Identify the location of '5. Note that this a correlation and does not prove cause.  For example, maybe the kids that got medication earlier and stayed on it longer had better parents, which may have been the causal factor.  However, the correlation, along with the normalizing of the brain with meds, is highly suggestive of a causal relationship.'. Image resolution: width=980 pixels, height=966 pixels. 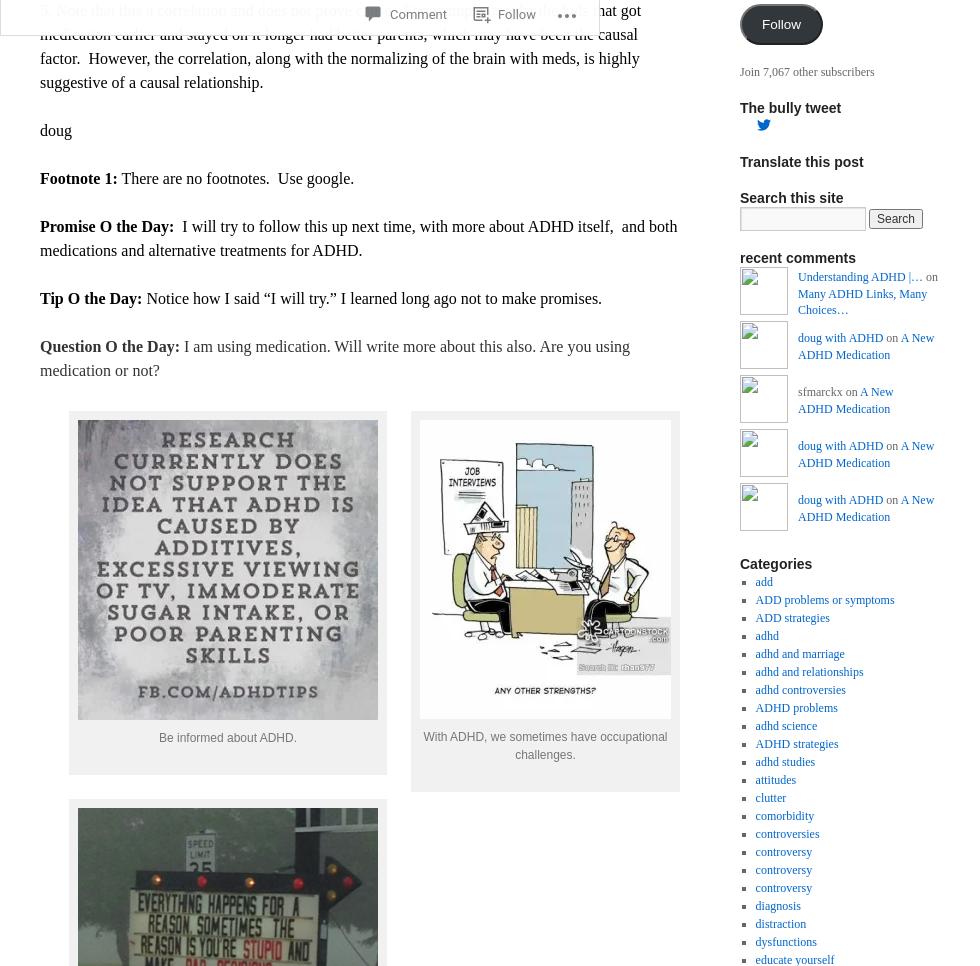
(340, 45).